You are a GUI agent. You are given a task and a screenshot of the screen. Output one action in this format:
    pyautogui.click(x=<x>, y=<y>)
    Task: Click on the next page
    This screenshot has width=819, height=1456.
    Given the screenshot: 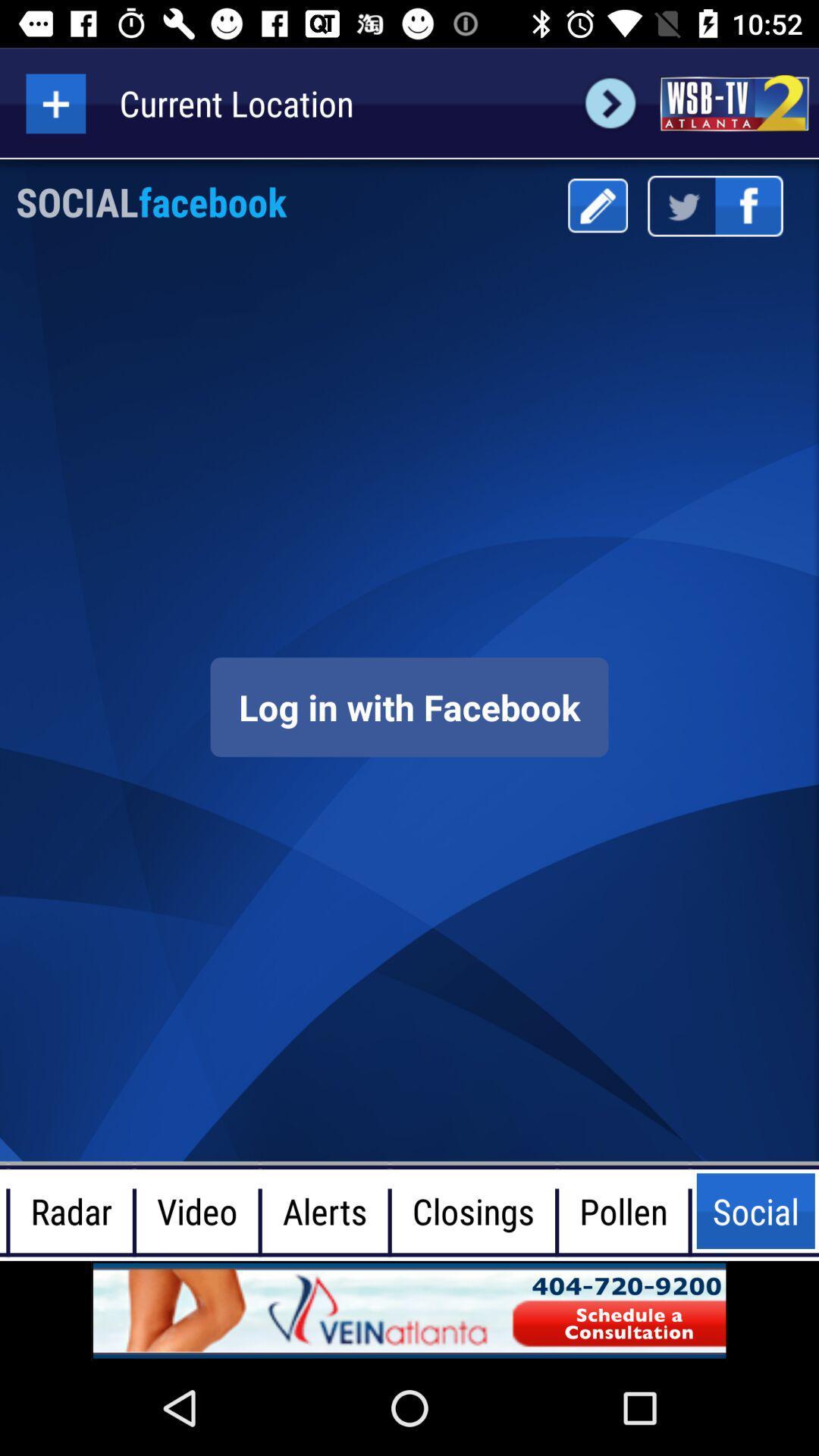 What is the action you would take?
    pyautogui.click(x=610, y=102)
    